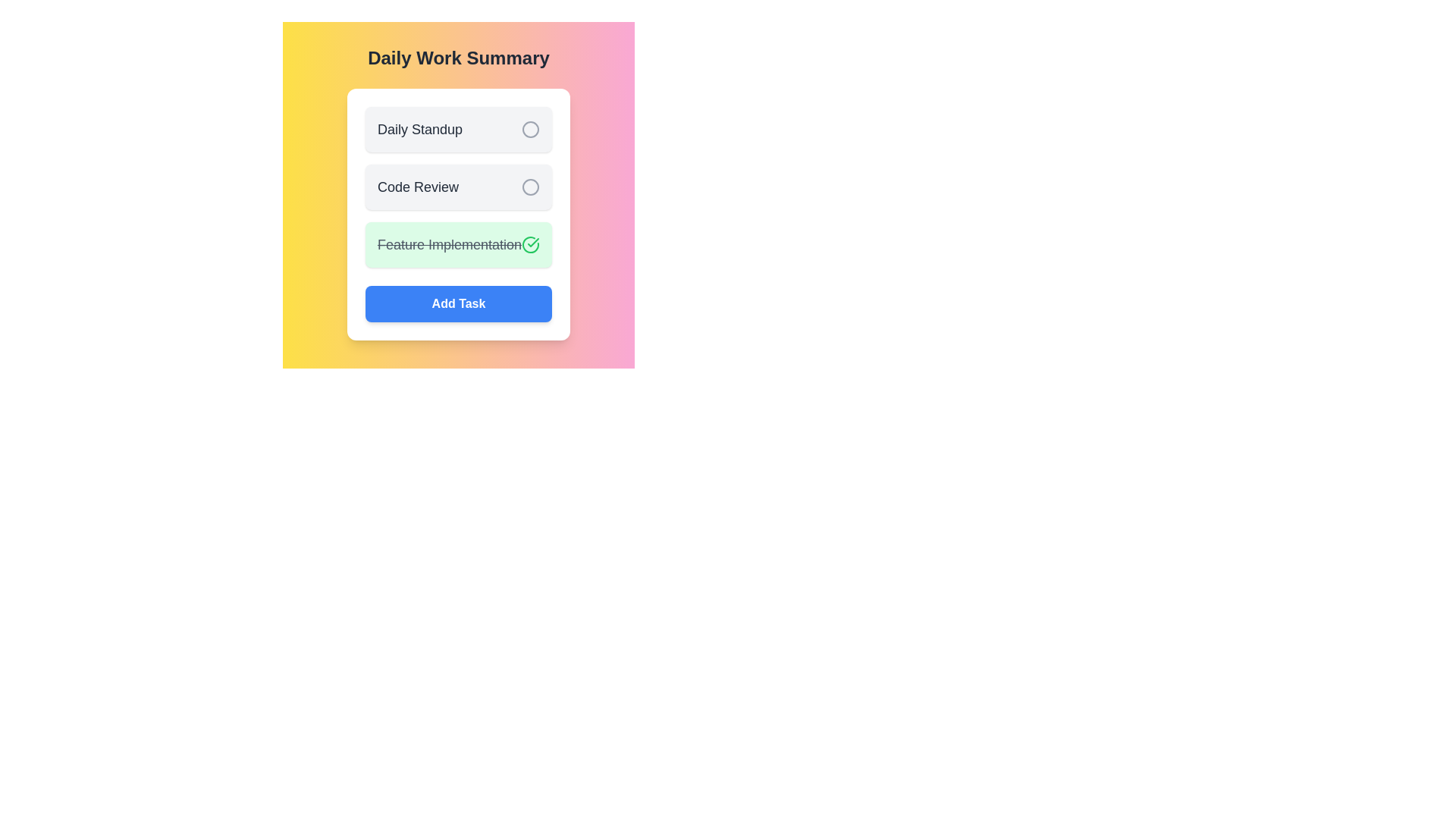 This screenshot has width=1456, height=819. Describe the element at coordinates (531, 244) in the screenshot. I see `the task completion icon for 'Feature Implementation'` at that location.